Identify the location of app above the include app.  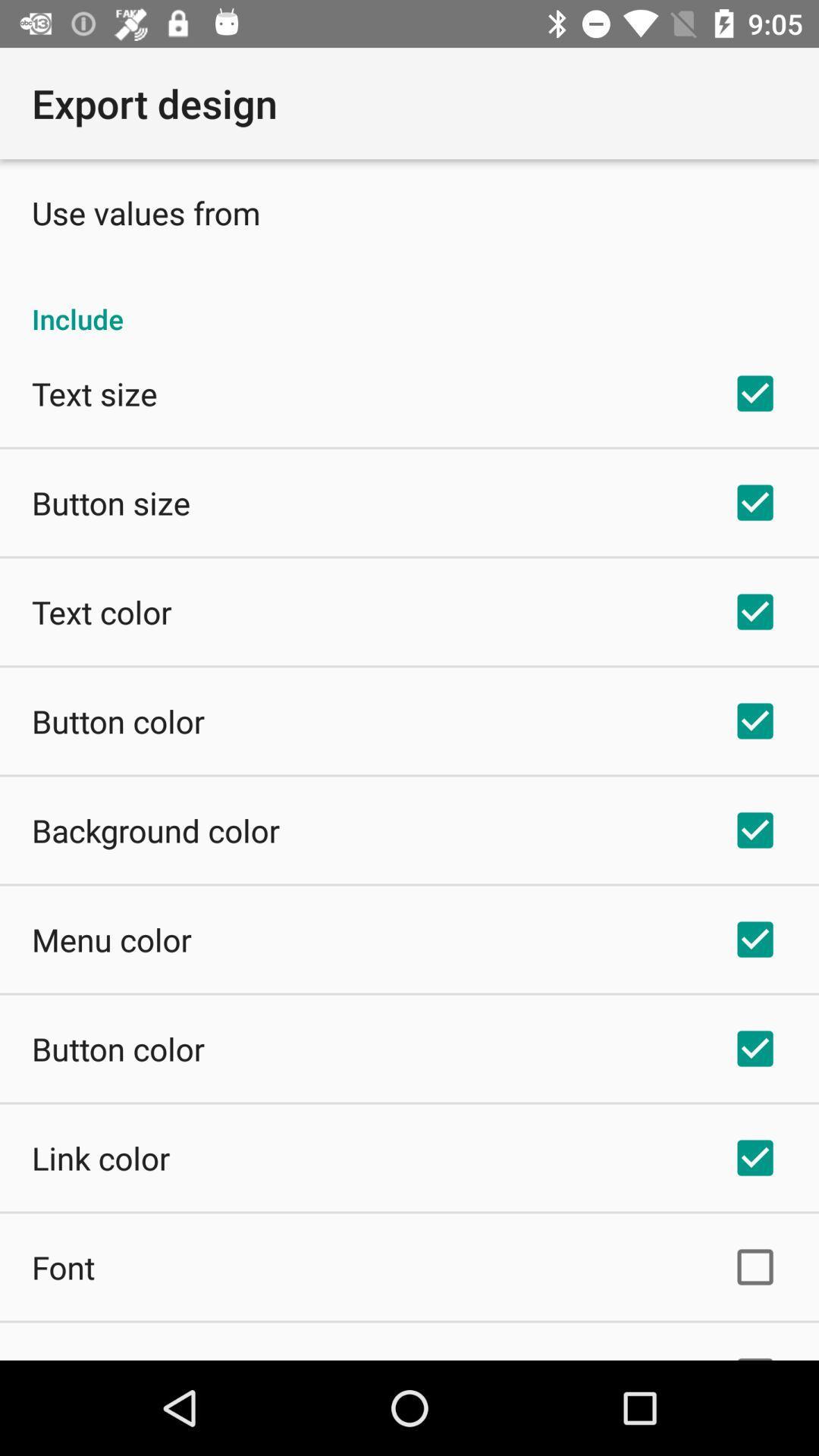
(146, 212).